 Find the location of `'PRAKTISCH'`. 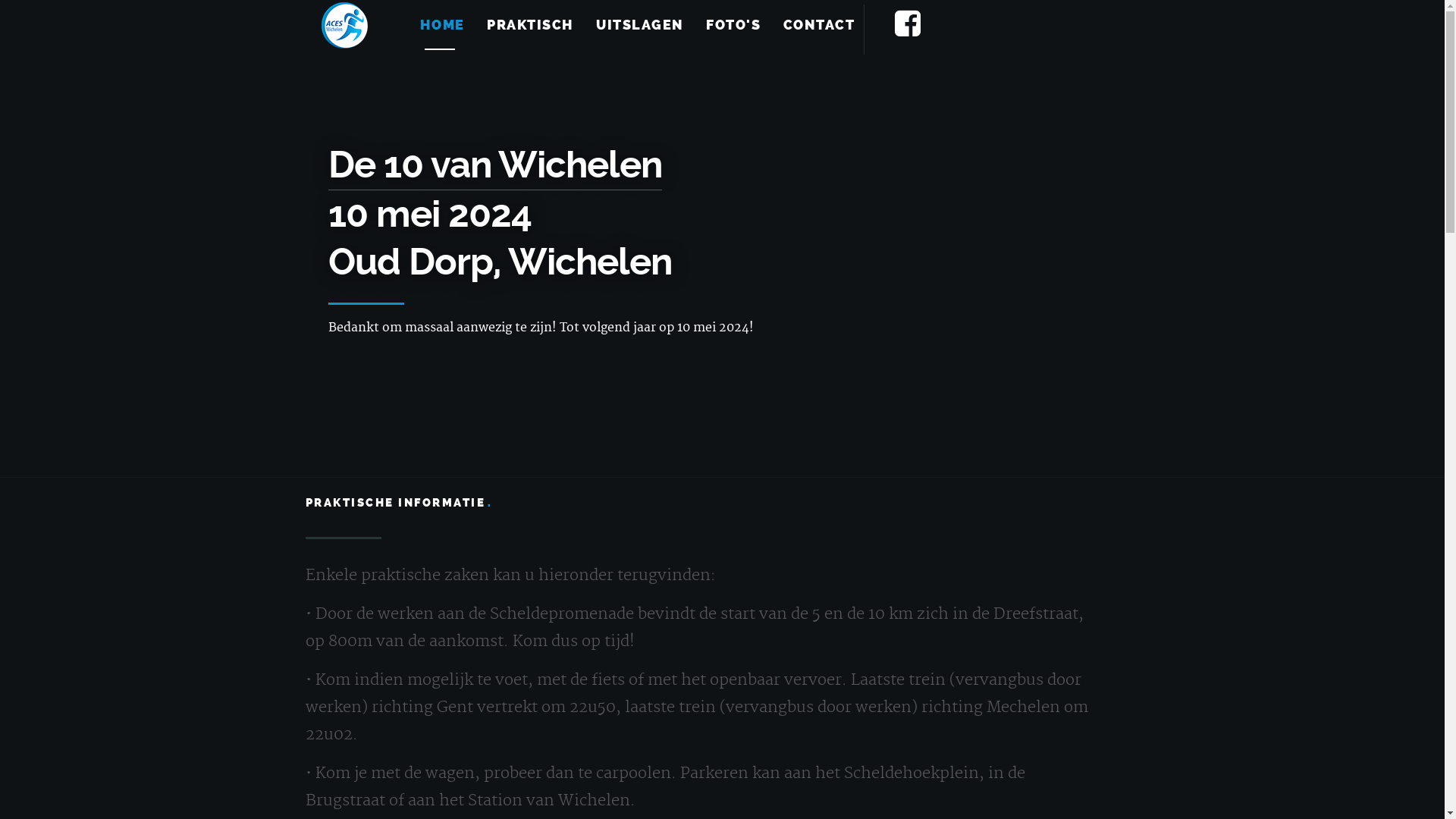

'PRAKTISCH' is located at coordinates (530, 25).